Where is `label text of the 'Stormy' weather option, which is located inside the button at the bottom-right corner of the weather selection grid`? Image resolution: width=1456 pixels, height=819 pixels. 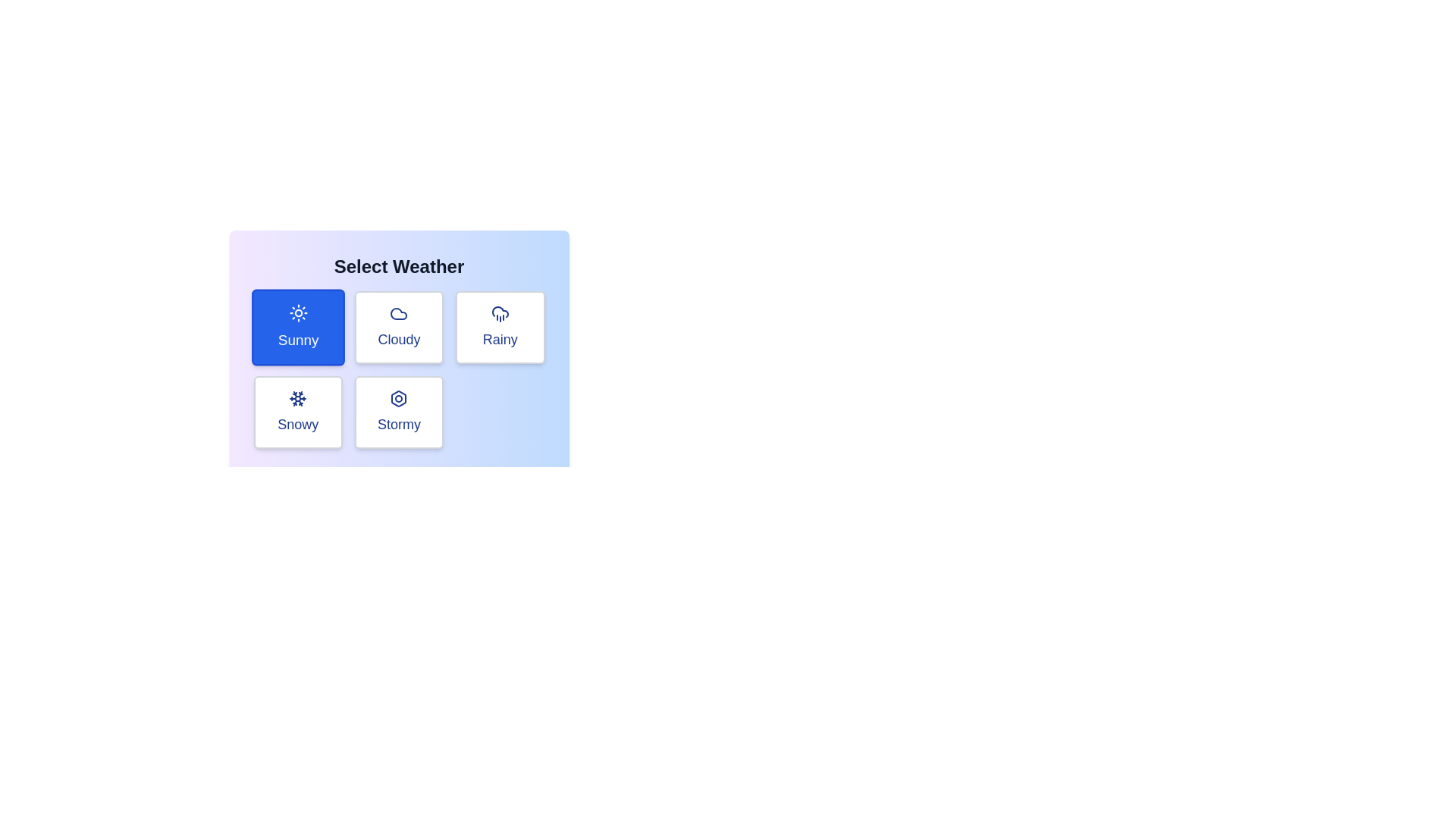
label text of the 'Stormy' weather option, which is located inside the button at the bottom-right corner of the weather selection grid is located at coordinates (399, 424).